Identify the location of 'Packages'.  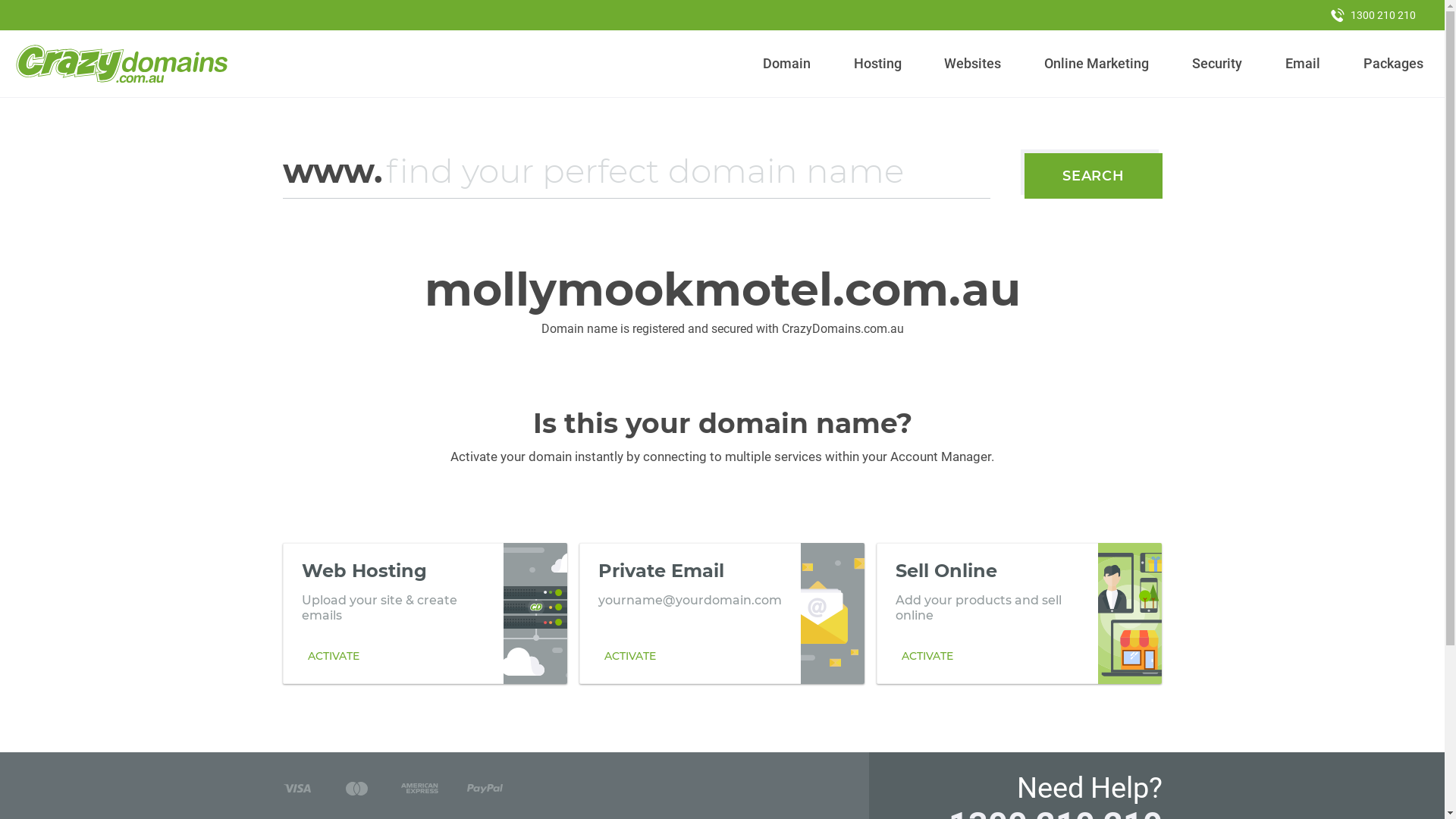
(1393, 63).